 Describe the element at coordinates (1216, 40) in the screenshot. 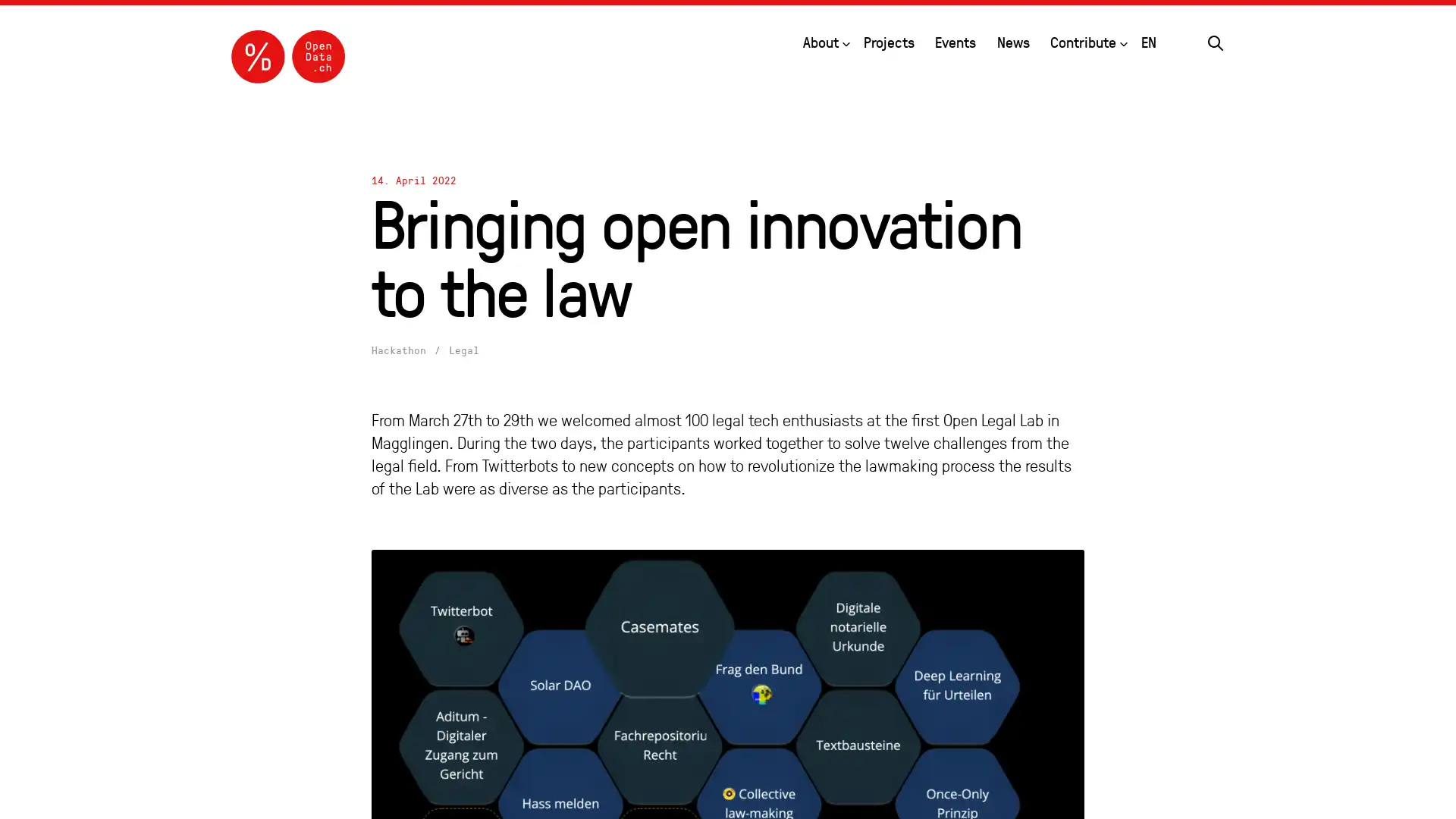

I see `Search` at that location.